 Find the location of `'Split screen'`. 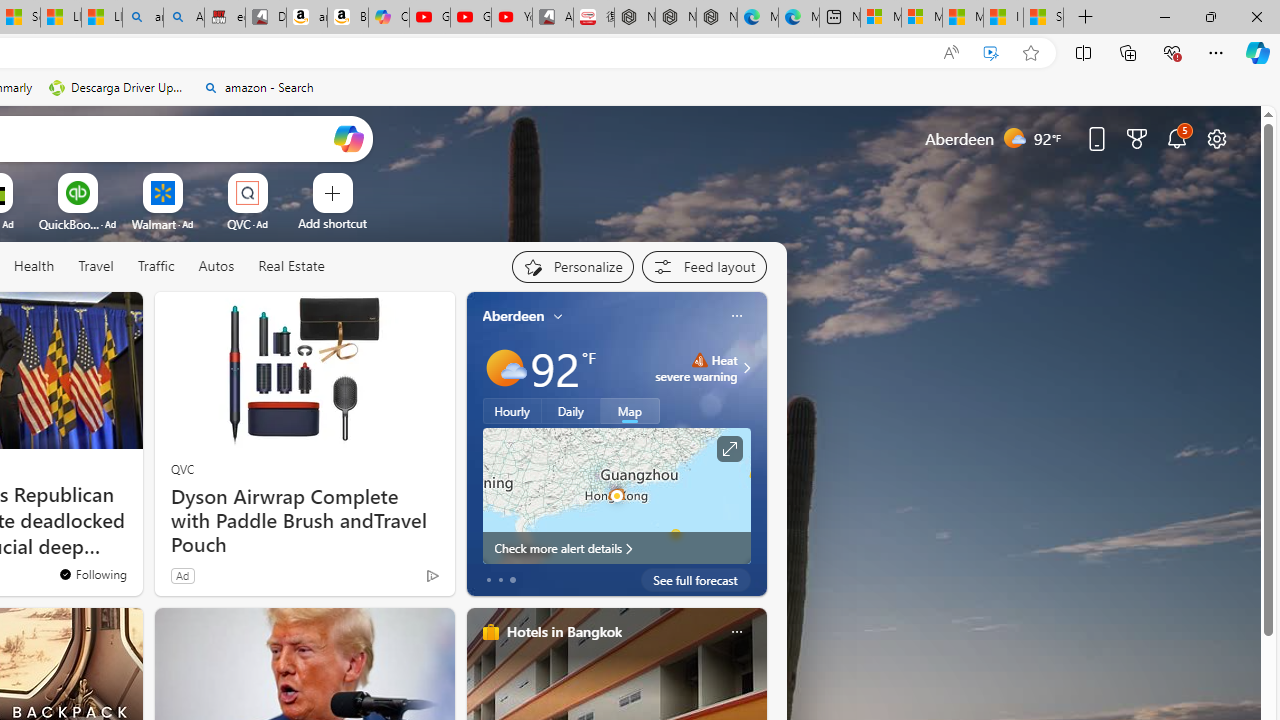

'Split screen' is located at coordinates (1082, 51).